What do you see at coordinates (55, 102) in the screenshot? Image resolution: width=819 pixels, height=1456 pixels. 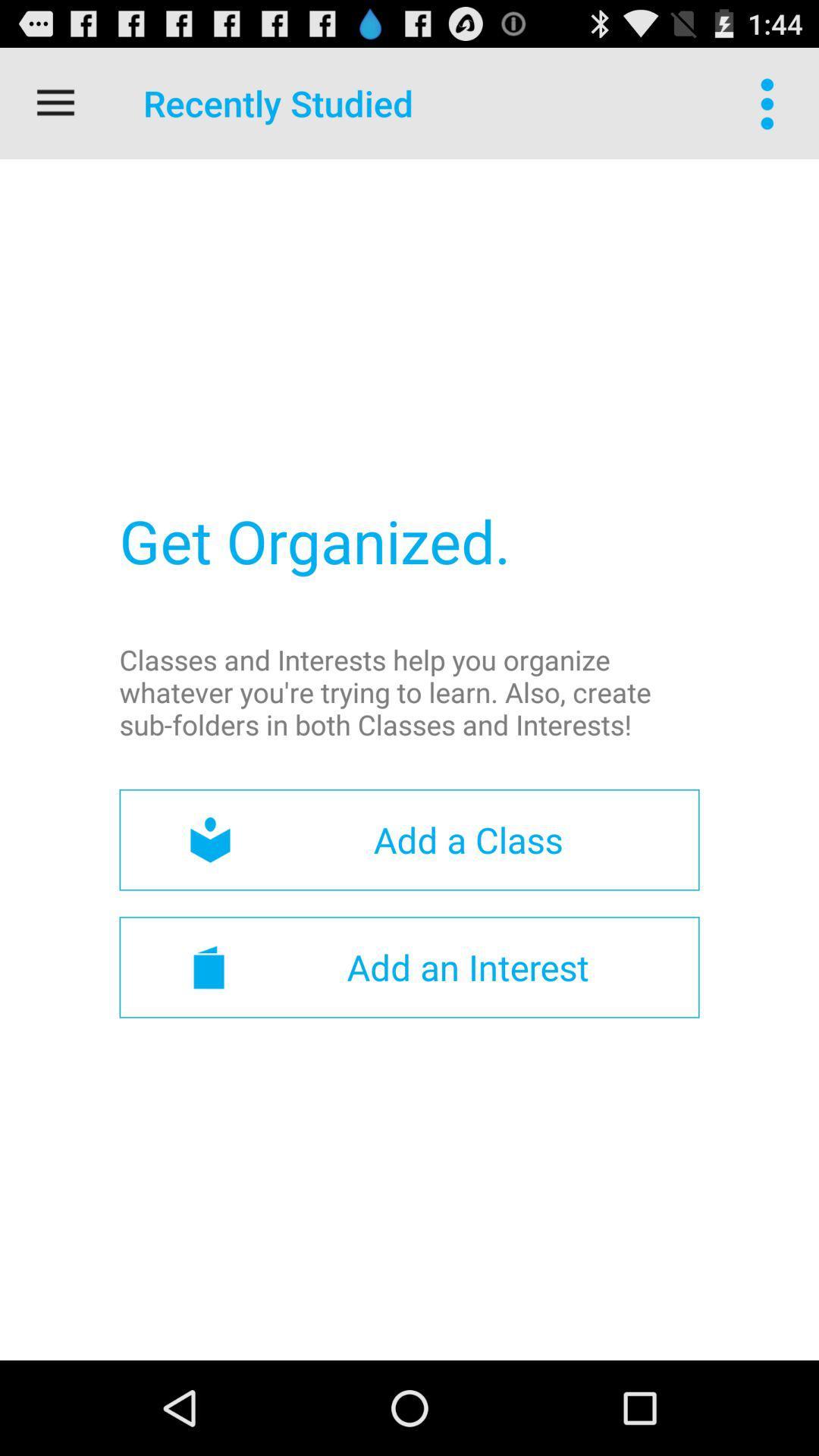 I see `the icon to the left of recently studied icon` at bounding box center [55, 102].